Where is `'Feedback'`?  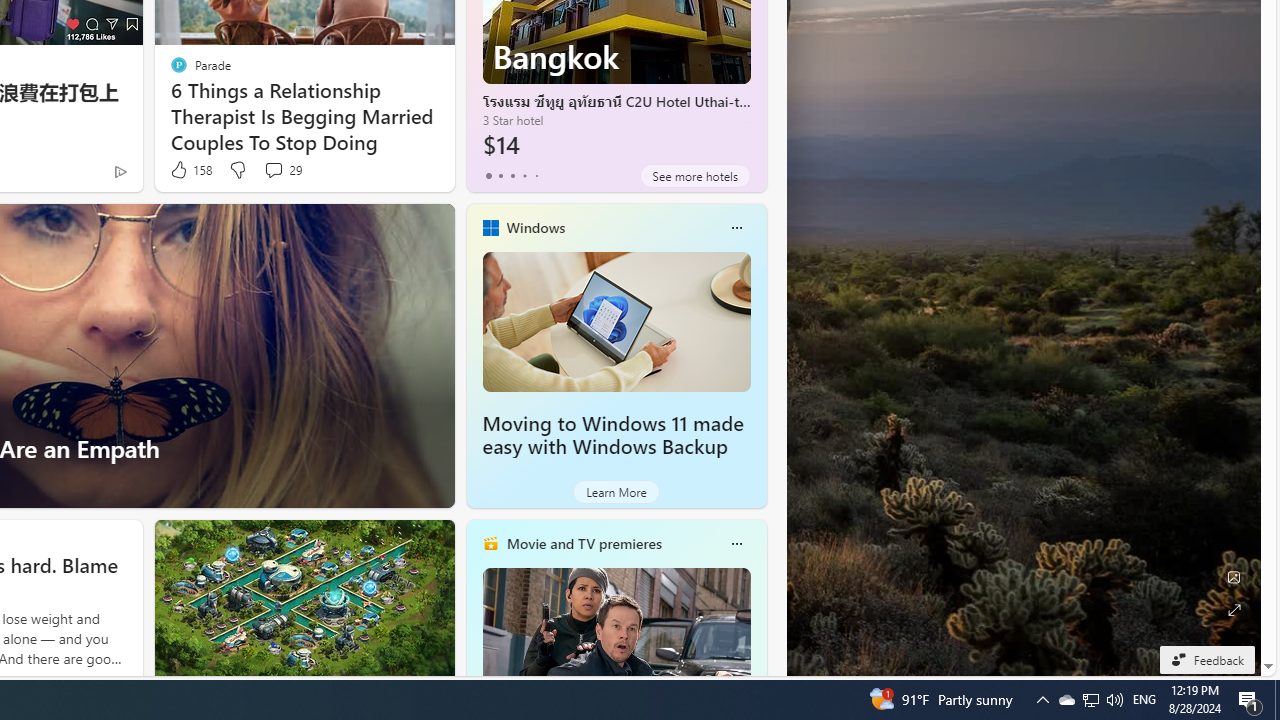
'Feedback' is located at coordinates (1205, 659).